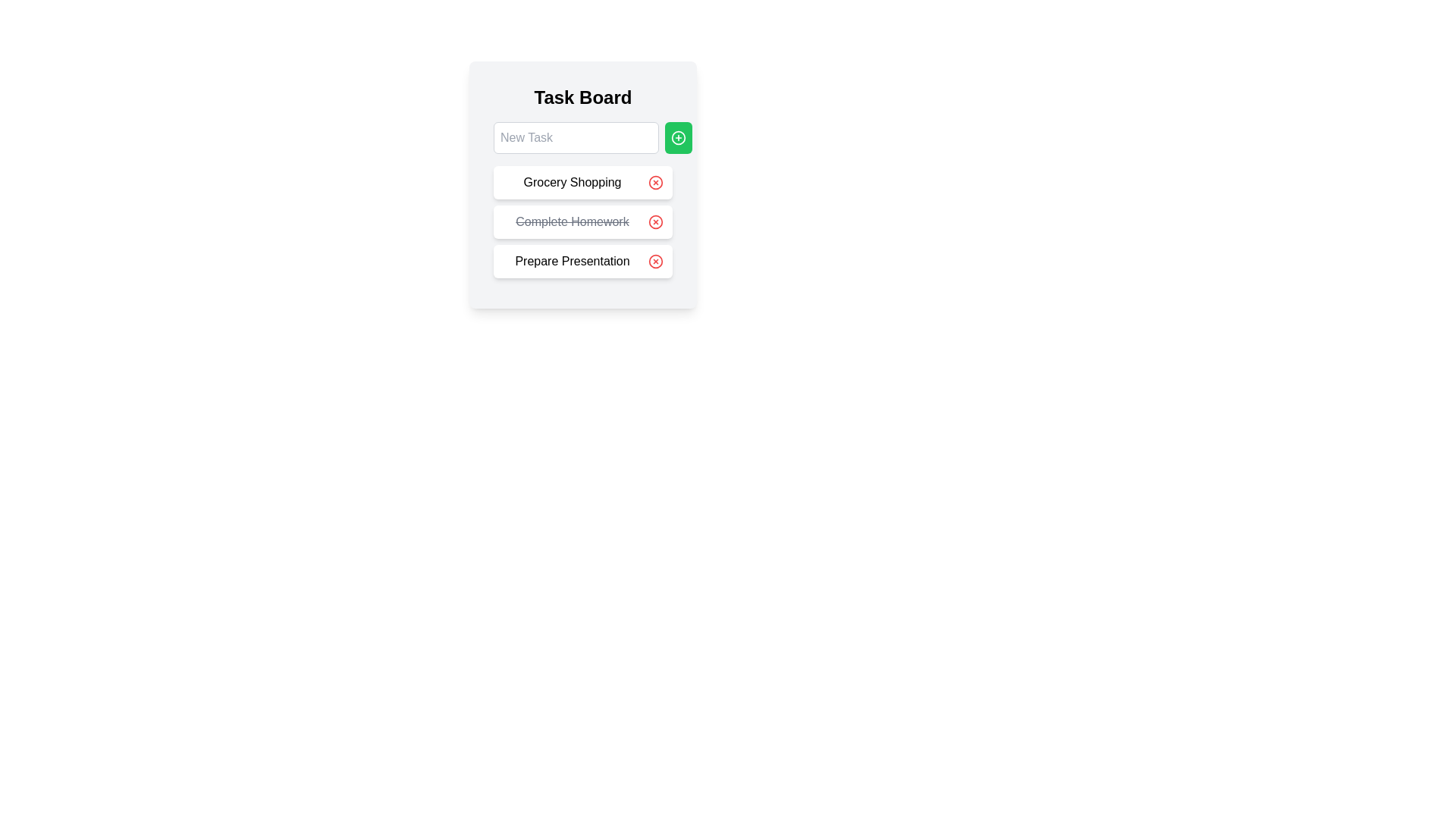 The image size is (1456, 819). Describe the element at coordinates (655, 222) in the screenshot. I see `the circular red delete button located to the right of the 'Complete Homework' task in the Task Board interface` at that location.